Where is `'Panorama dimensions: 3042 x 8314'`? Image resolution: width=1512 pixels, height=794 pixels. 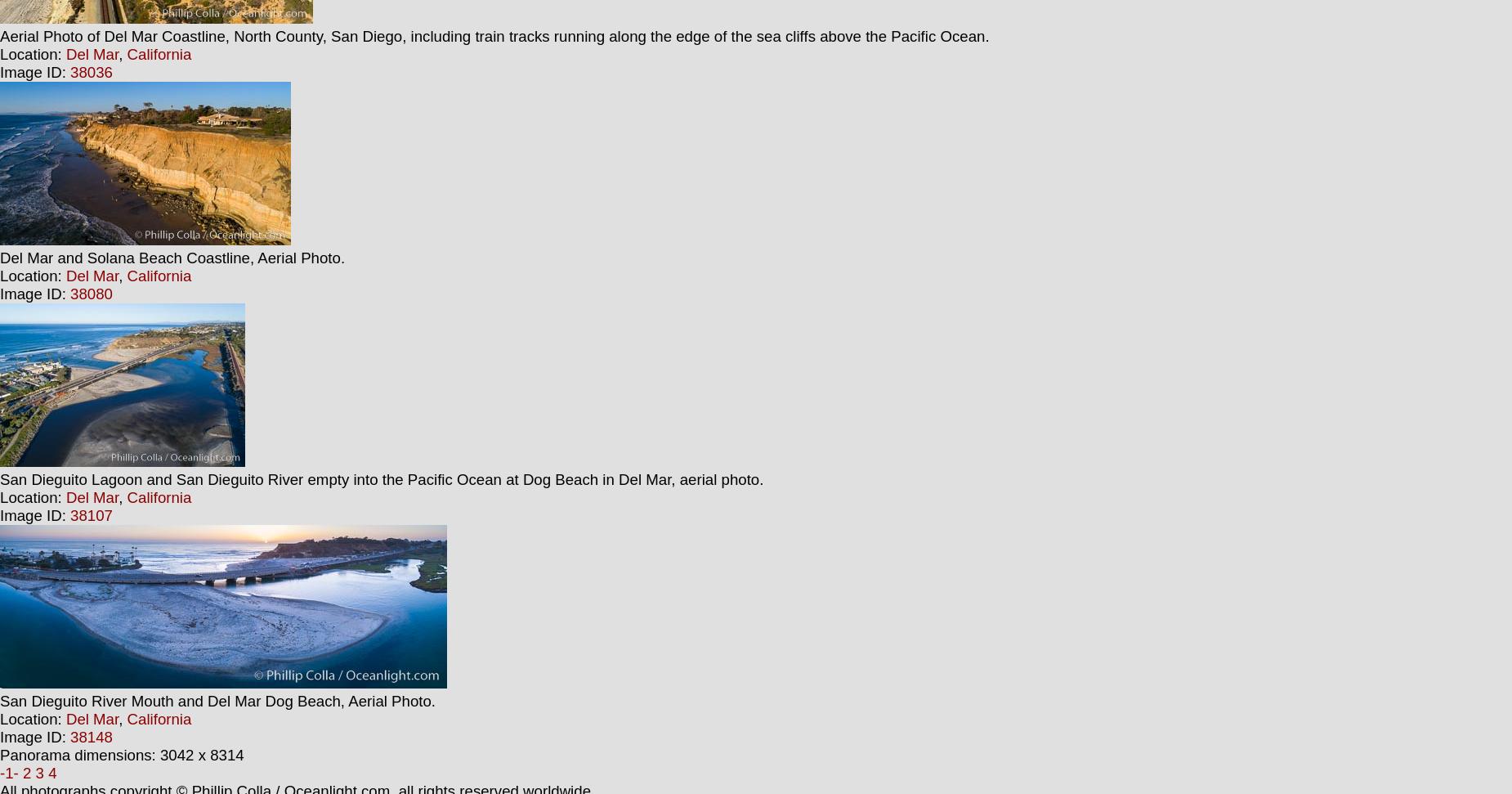 'Panorama dimensions: 3042 x 8314' is located at coordinates (120, 754).